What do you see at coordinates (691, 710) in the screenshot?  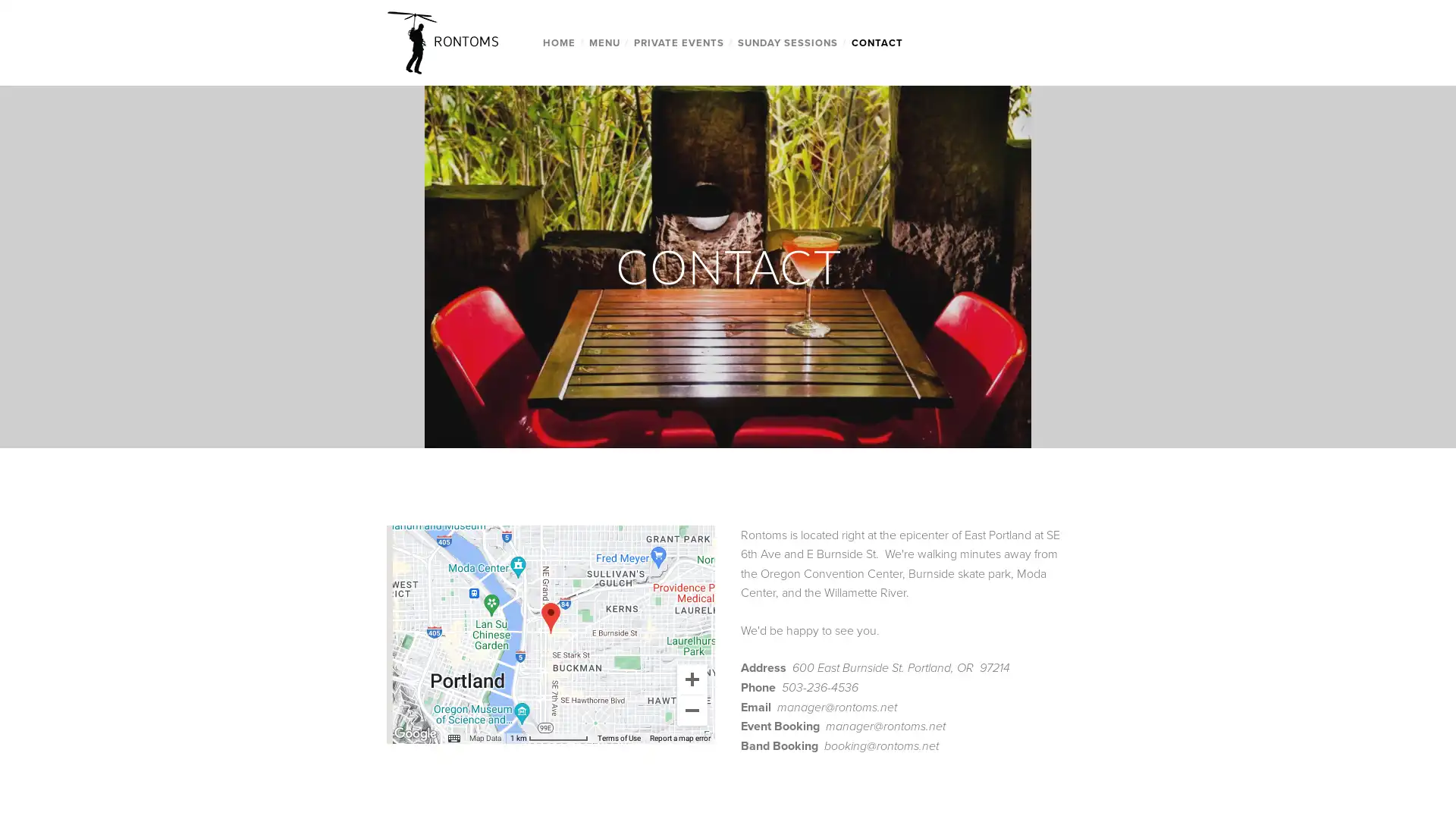 I see `Zoom out` at bounding box center [691, 710].